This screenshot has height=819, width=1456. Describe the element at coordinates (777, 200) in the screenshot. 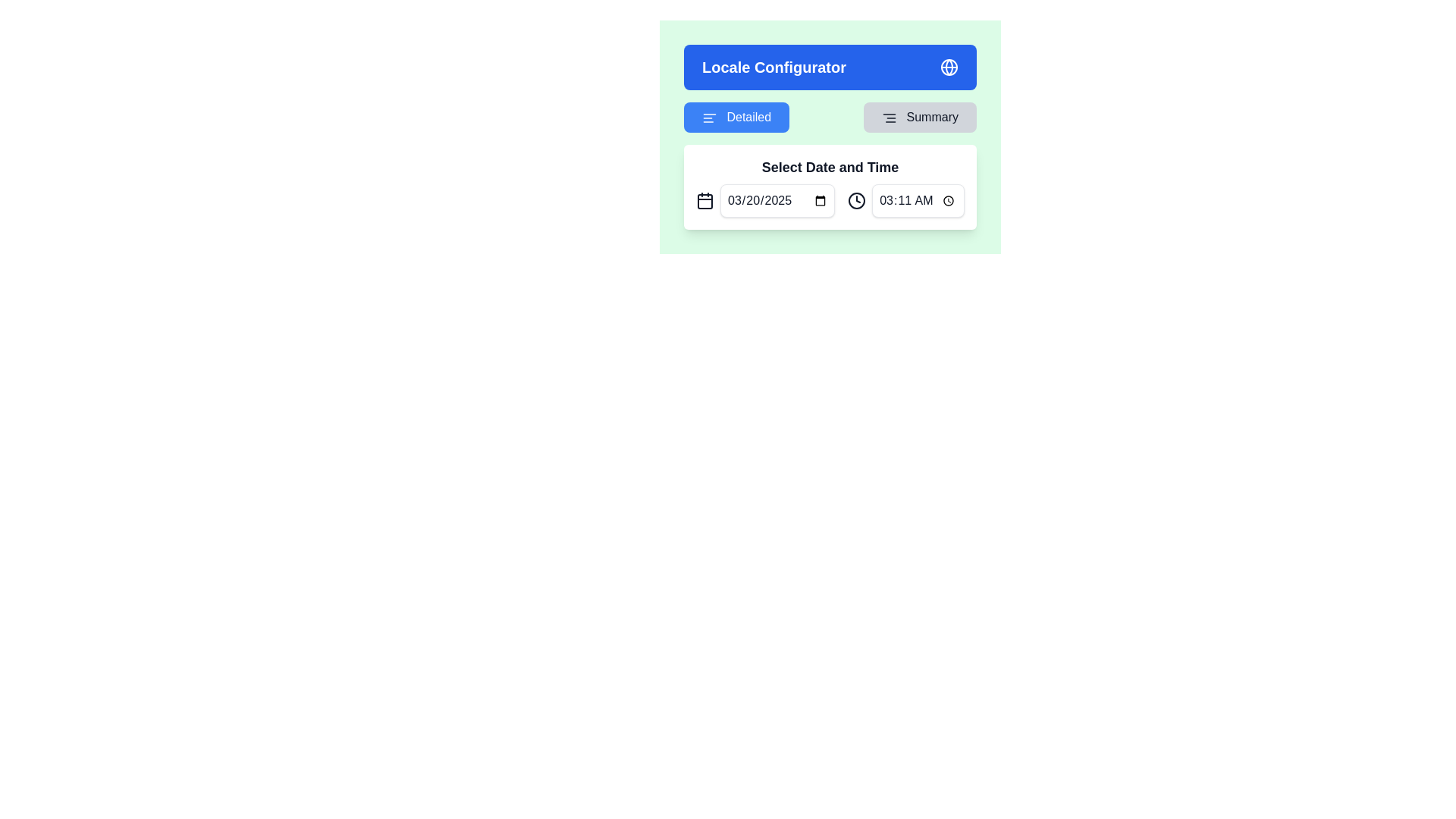

I see `the date input field displaying '03/20/2025'` at that location.